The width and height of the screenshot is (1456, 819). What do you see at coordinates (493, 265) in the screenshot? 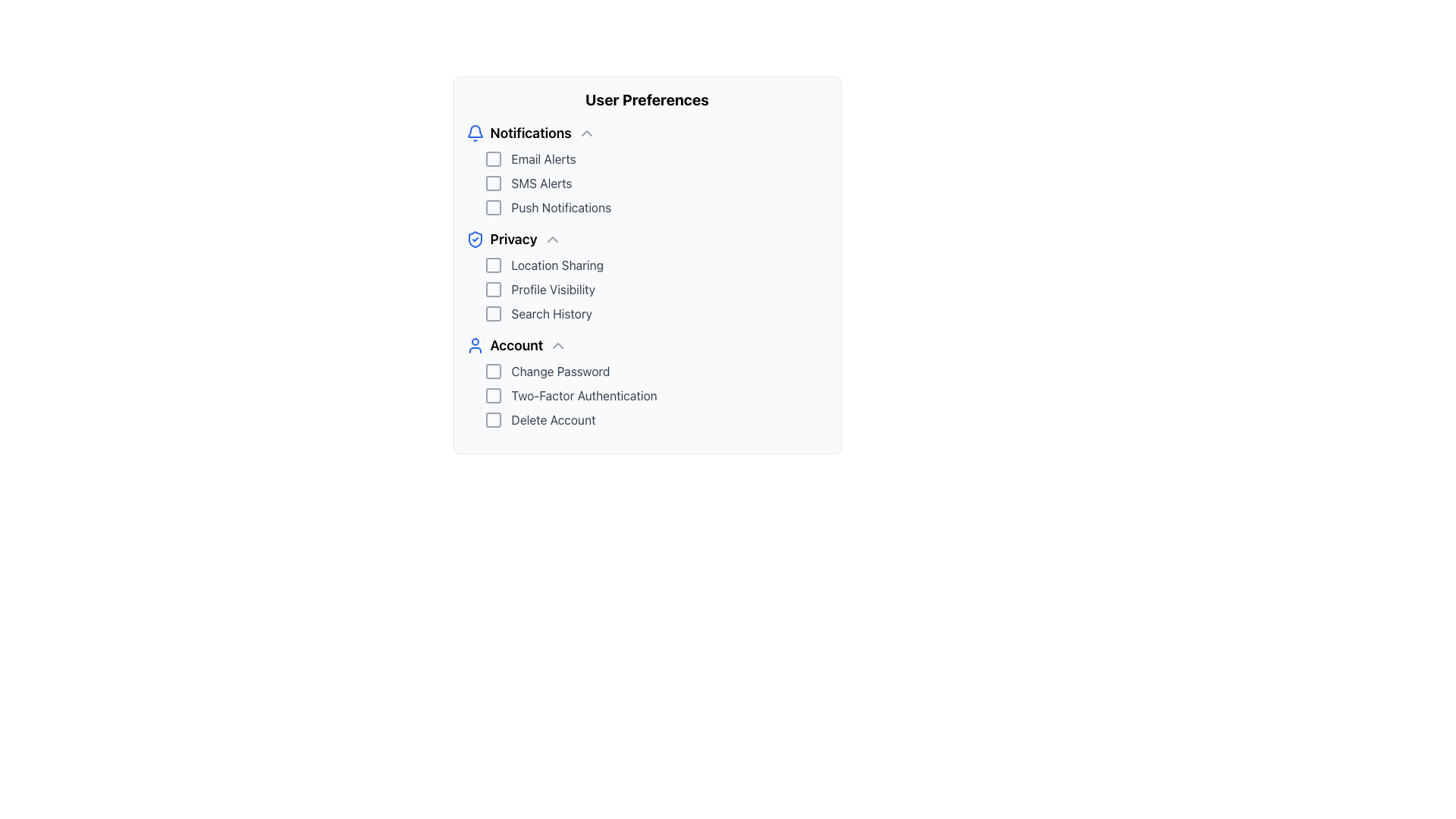
I see `the 'Location Sharing' checkbox in the Privacy category of the User Preferences interface` at bounding box center [493, 265].